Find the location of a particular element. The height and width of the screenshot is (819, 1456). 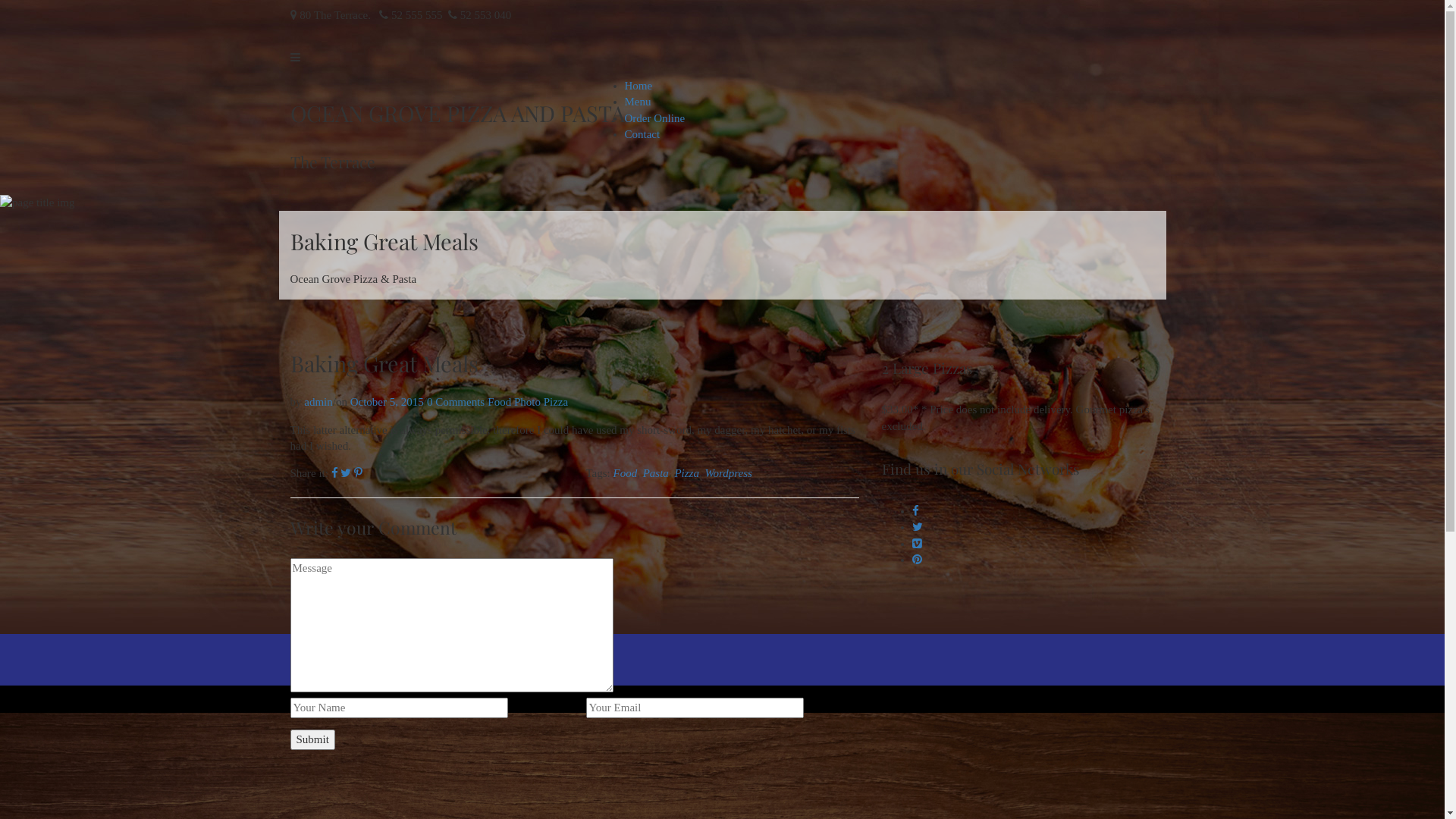

'Photo' is located at coordinates (527, 400).